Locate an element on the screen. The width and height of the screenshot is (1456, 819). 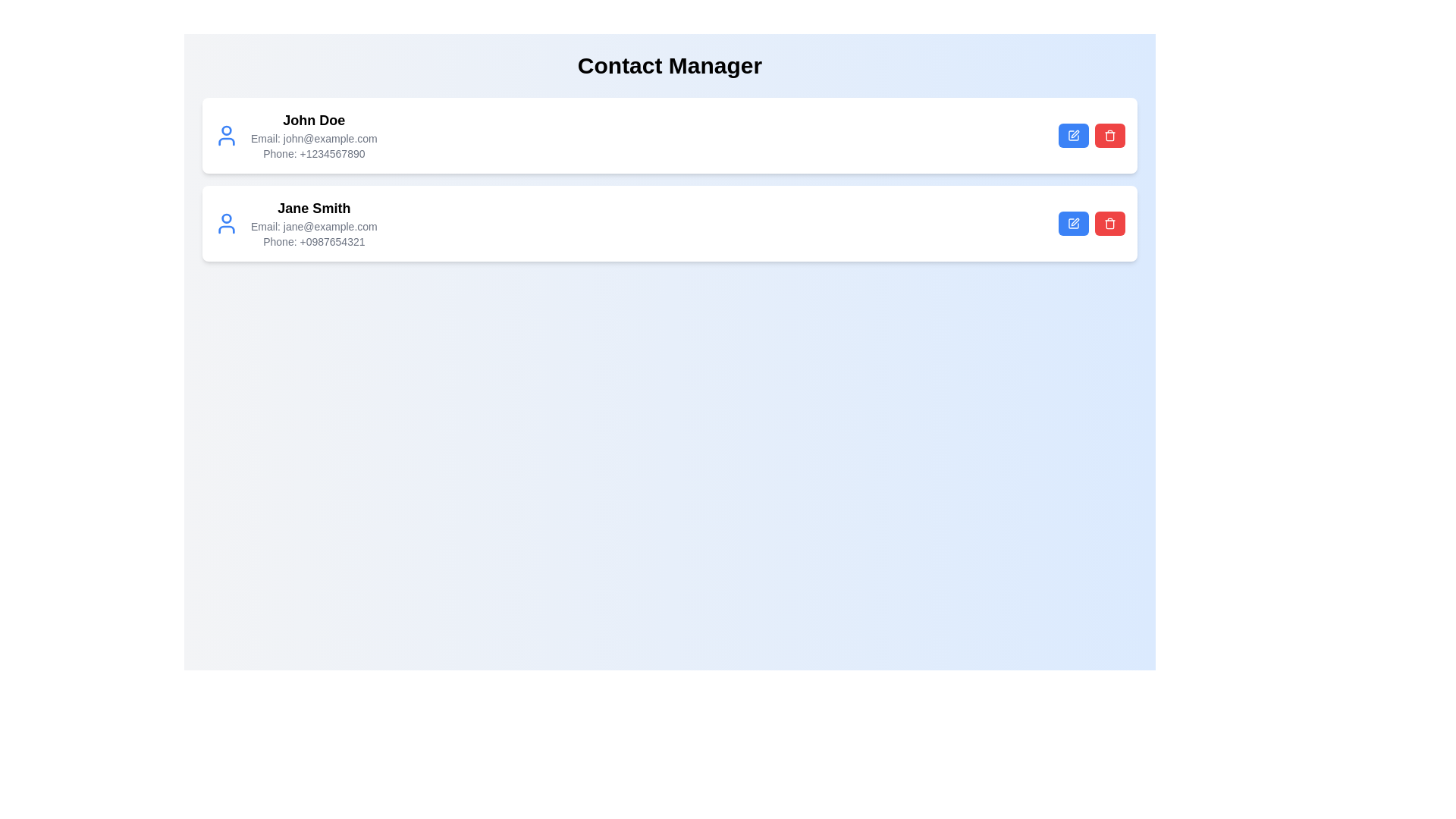
the circle element within the SVG graphic that represents a part of the user icon's design for the first card in the list is located at coordinates (225, 130).